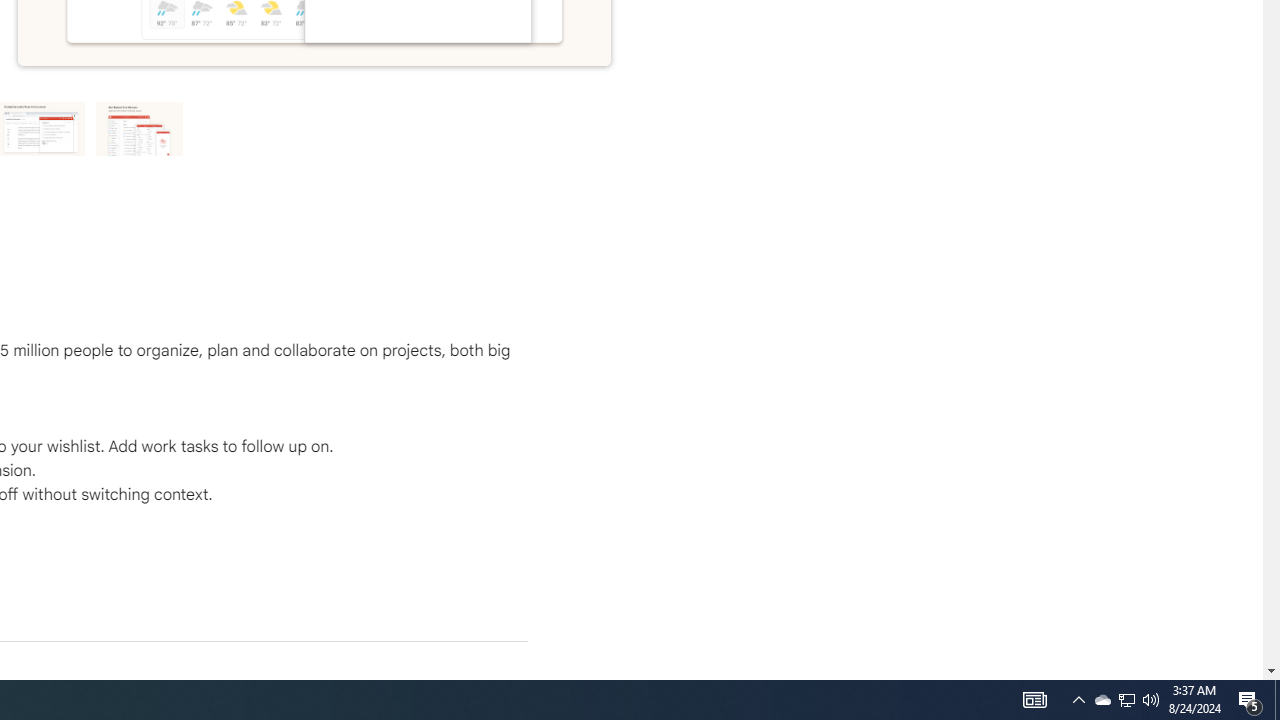 Image resolution: width=1280 pixels, height=720 pixels. What do you see at coordinates (139, 128) in the screenshot?
I see `'Preview slide 4'` at bounding box center [139, 128].